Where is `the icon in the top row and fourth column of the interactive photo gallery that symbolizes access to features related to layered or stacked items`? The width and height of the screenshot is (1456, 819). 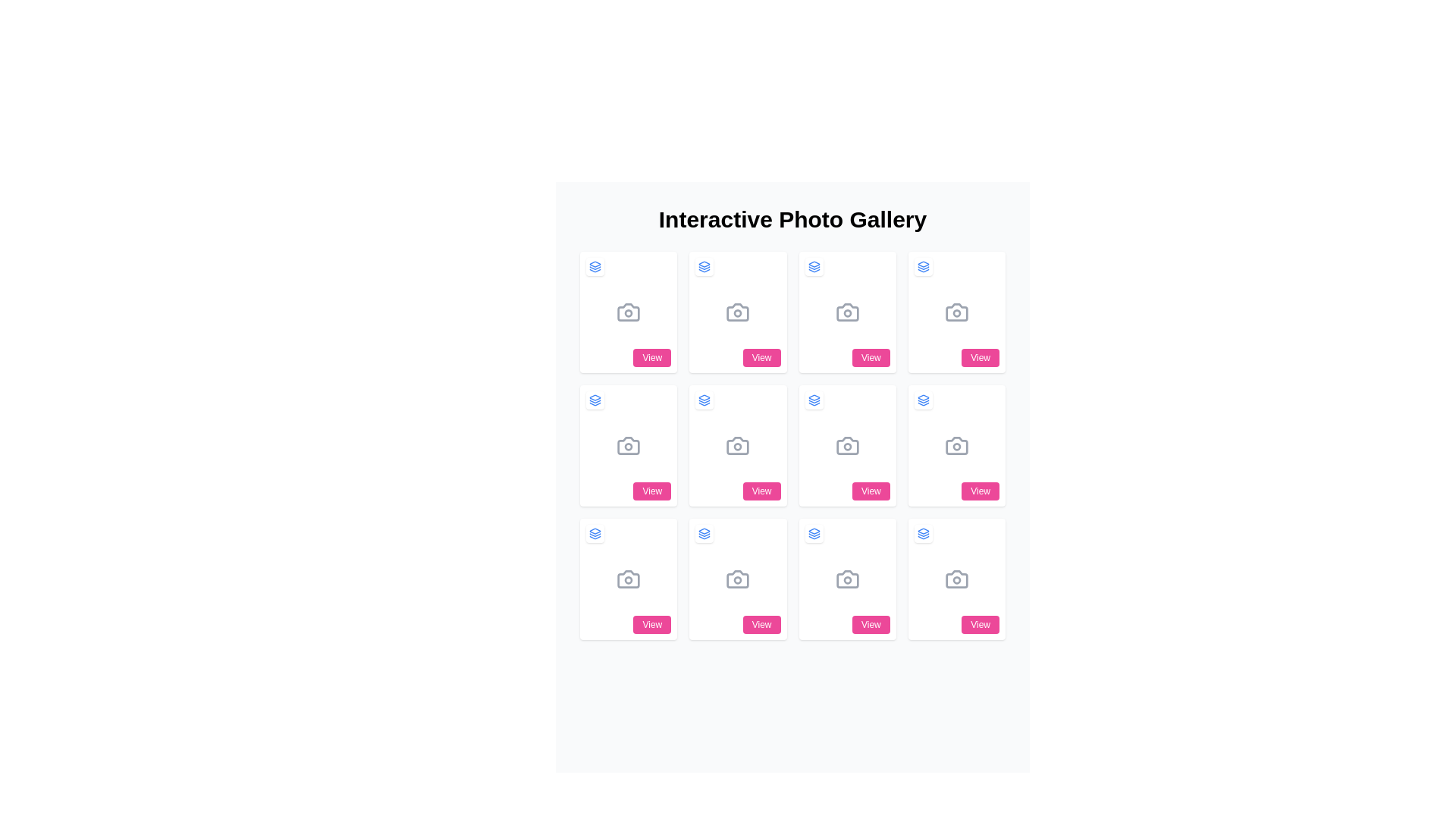
the icon in the top row and fourth column of the interactive photo gallery that symbolizes access to features related to layered or stacked items is located at coordinates (922, 265).